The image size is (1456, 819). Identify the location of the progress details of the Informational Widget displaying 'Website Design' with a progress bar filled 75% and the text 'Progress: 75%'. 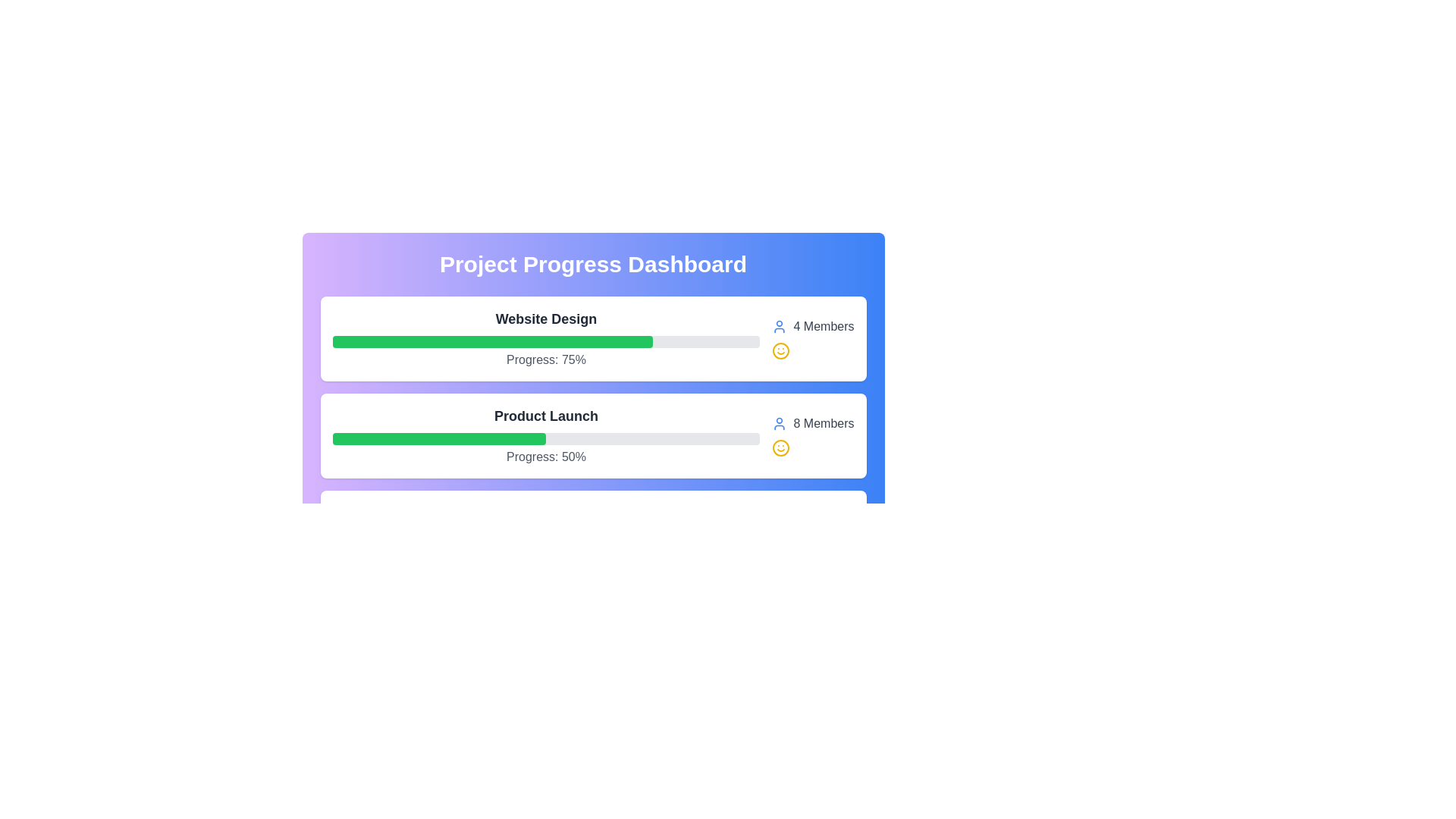
(546, 338).